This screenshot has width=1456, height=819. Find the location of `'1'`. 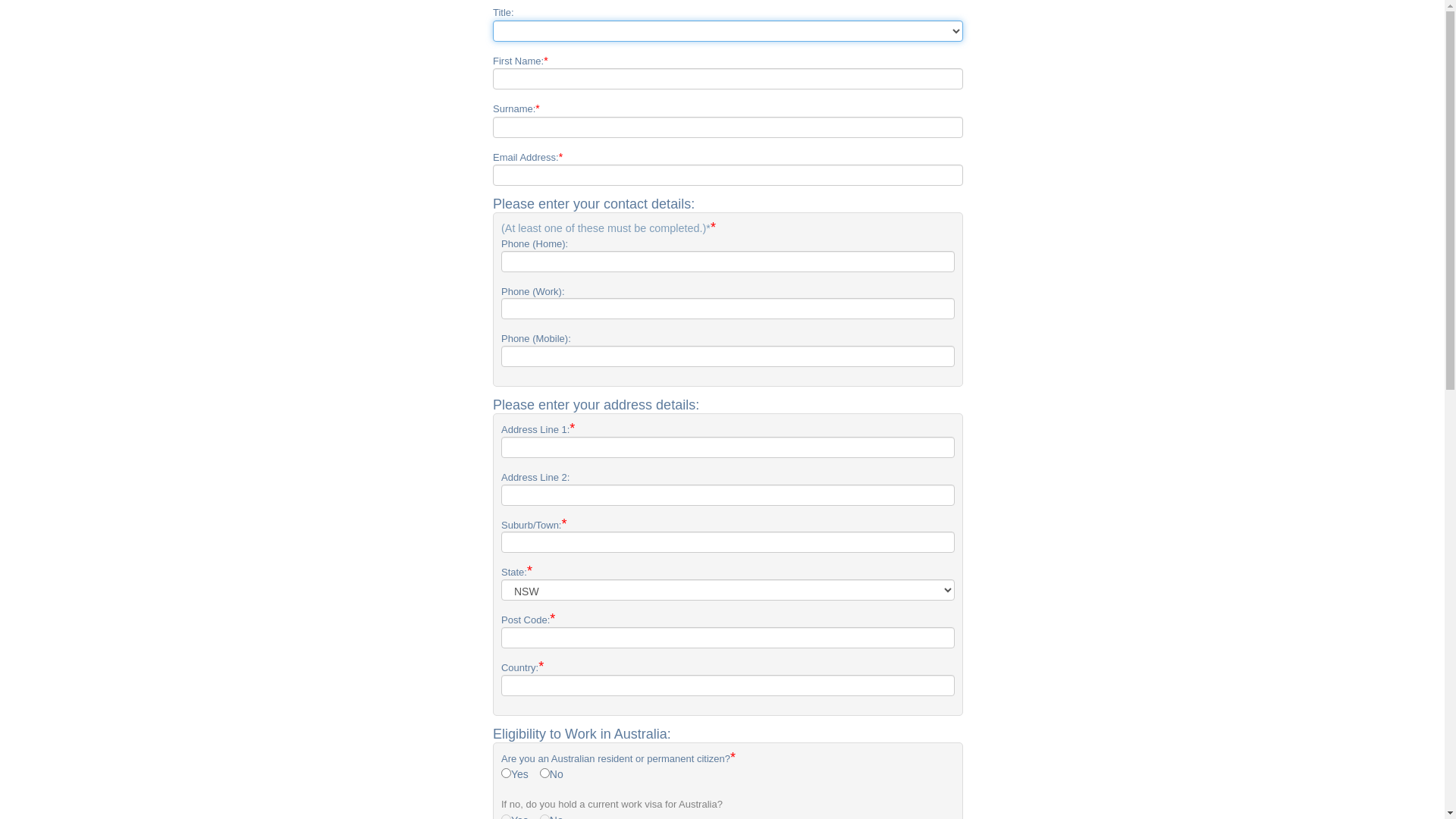

'1' is located at coordinates (506, 773).